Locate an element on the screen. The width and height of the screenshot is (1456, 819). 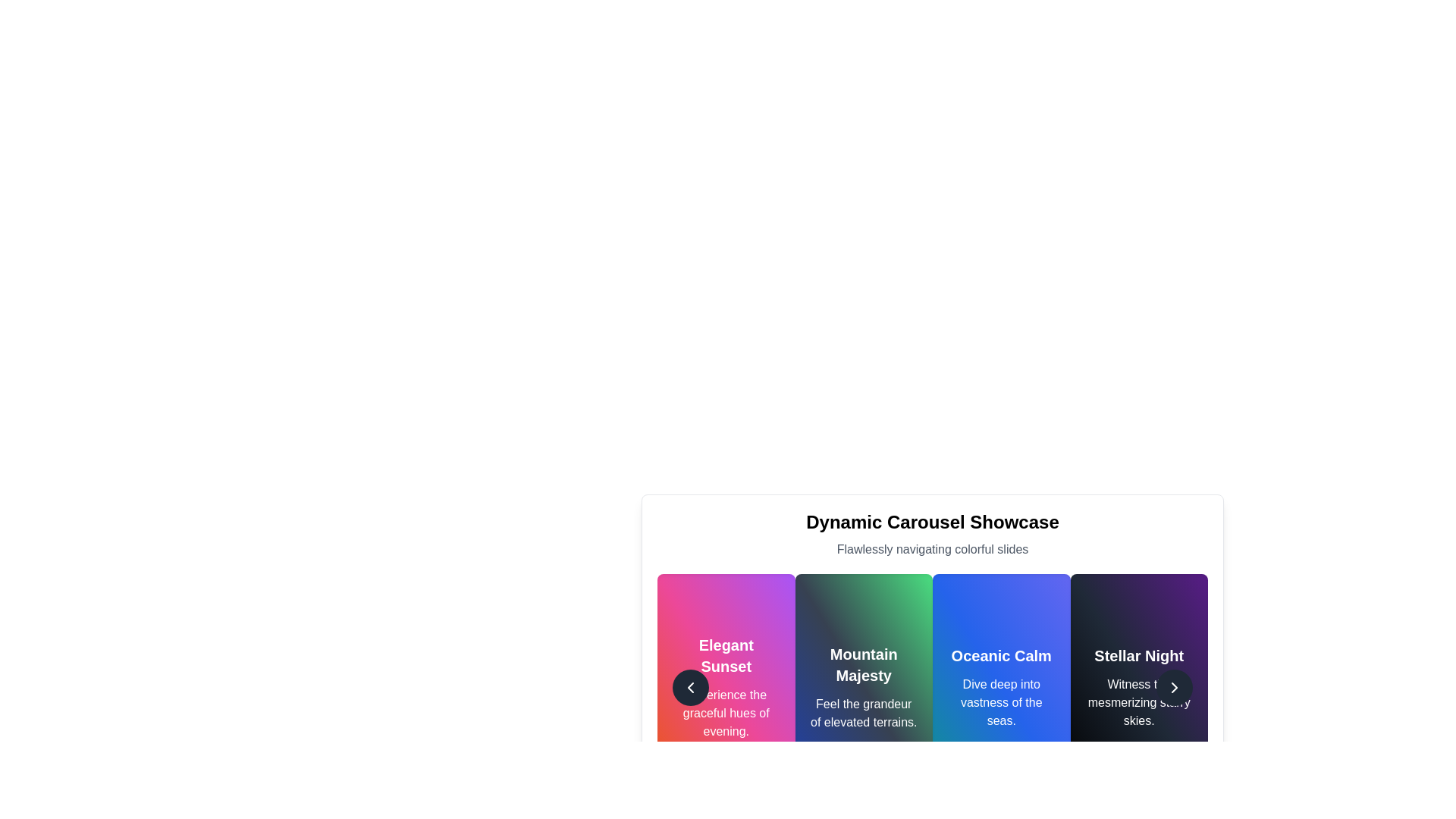
the Informational widget card titled 'Stellar Night' which features a gradient background and white text, positioned as the fourth card in a carousel is located at coordinates (1139, 687).